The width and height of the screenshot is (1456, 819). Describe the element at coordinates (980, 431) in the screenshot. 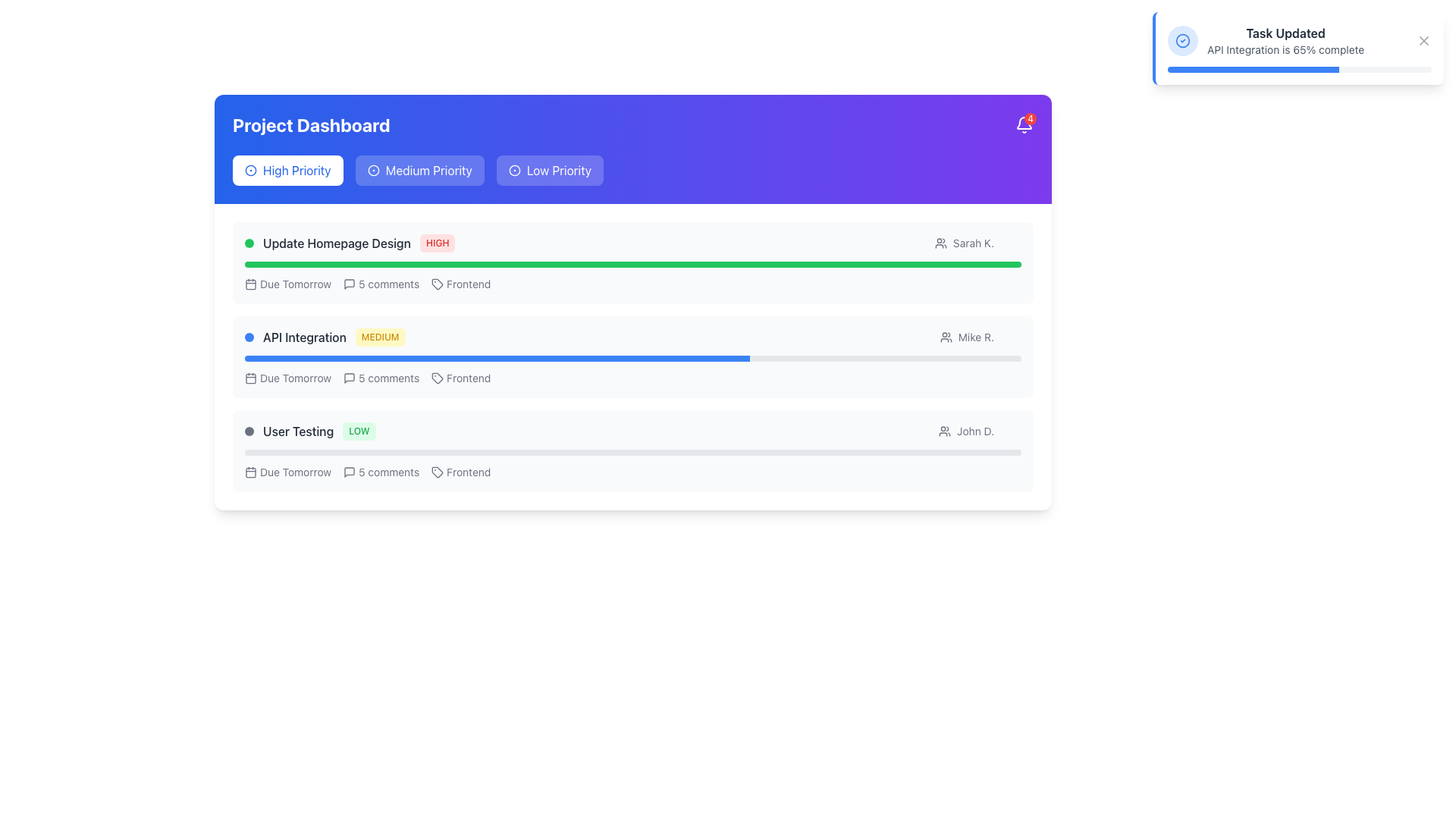

I see `the static text label indicating the user associated with the 'User Testing' task, which is located at the far-right end of the third row in a vertical list of tasks` at that location.